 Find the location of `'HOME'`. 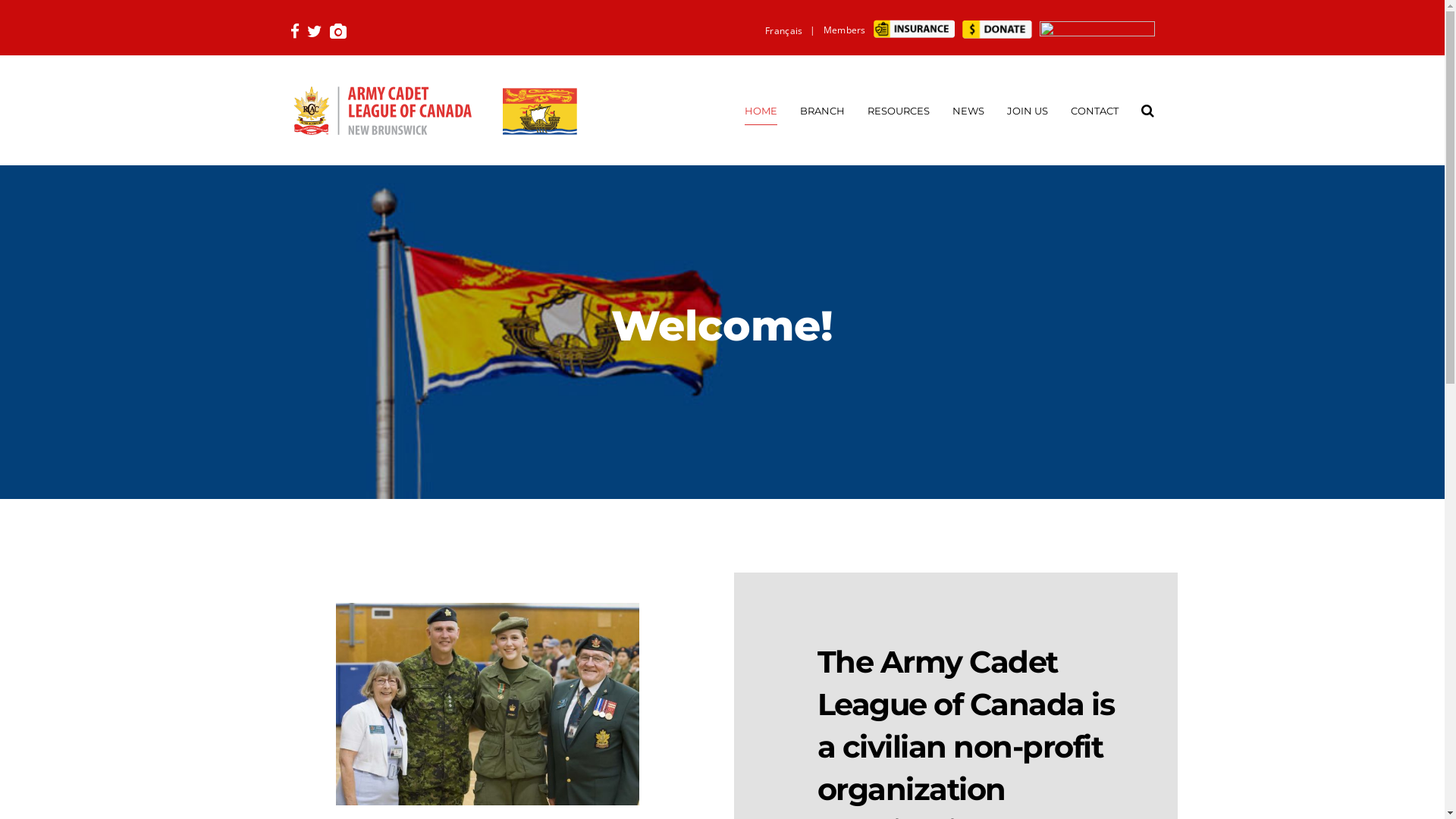

'HOME' is located at coordinates (745, 109).